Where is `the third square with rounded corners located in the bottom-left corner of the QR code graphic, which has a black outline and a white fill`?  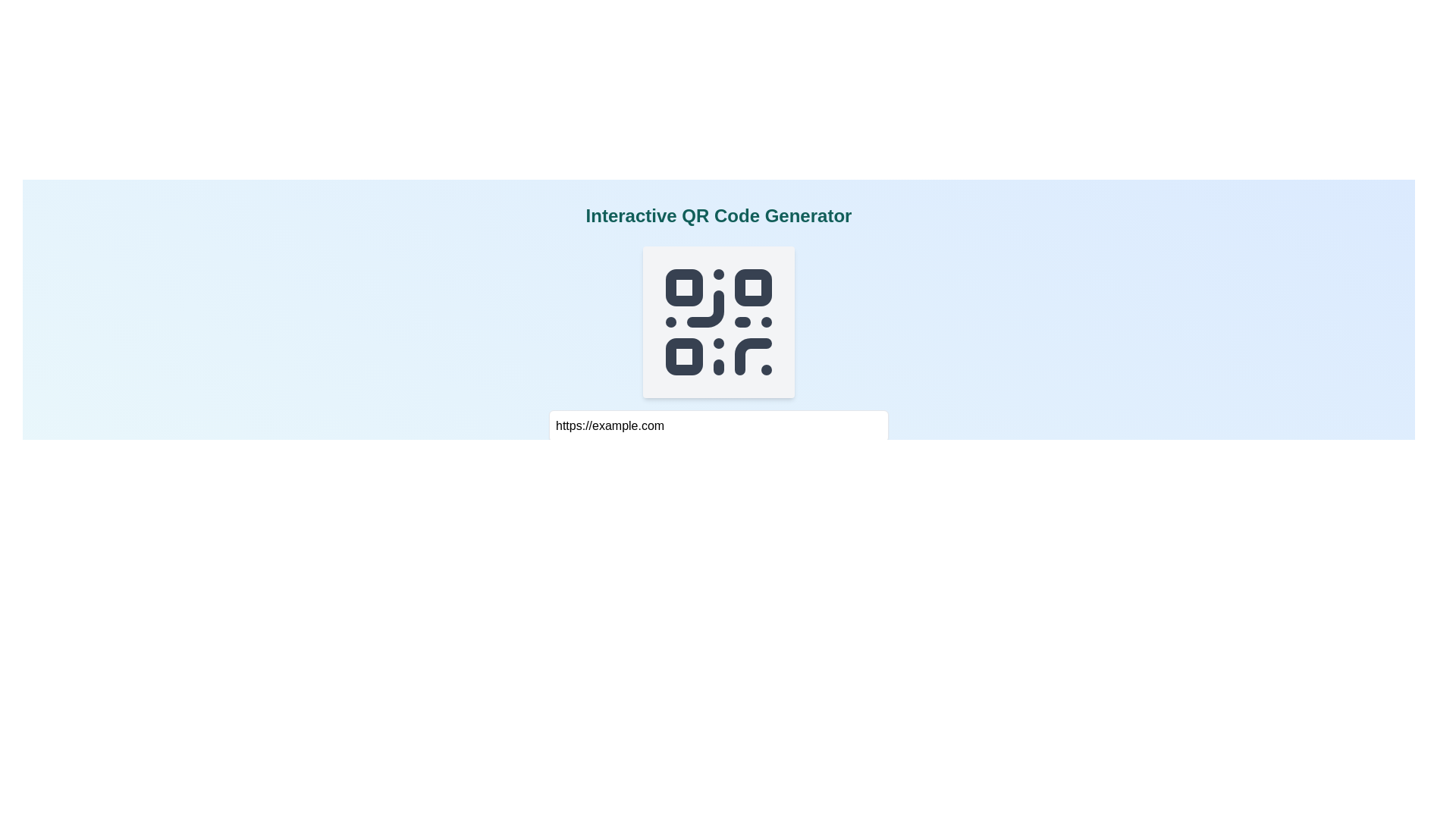 the third square with rounded corners located in the bottom-left corner of the QR code graphic, which has a black outline and a white fill is located at coordinates (683, 356).